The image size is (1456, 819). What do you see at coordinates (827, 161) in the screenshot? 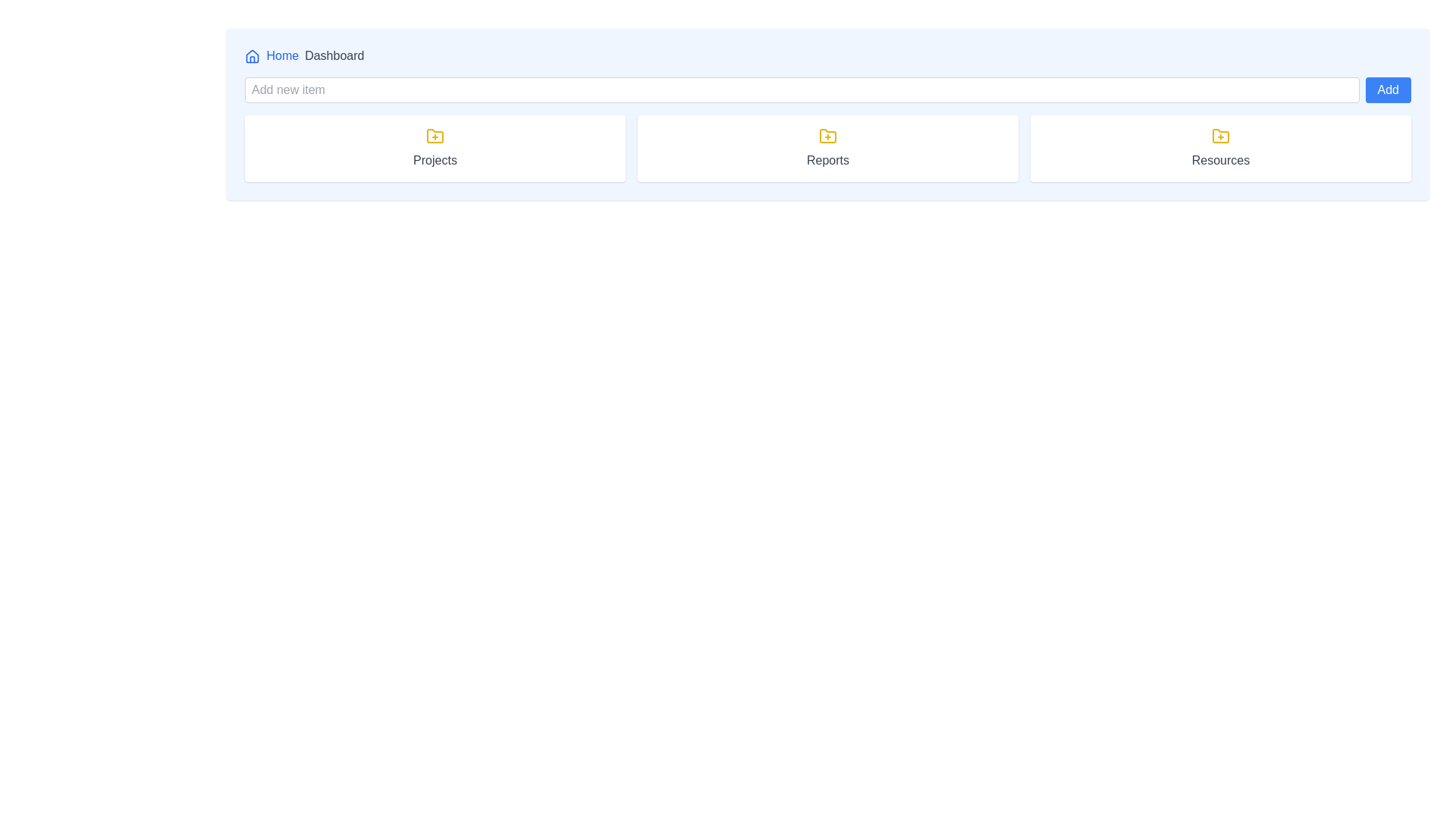
I see `the Text label located beneath the yellow folder icon in the middle card among three horizontally aligned cards` at bounding box center [827, 161].